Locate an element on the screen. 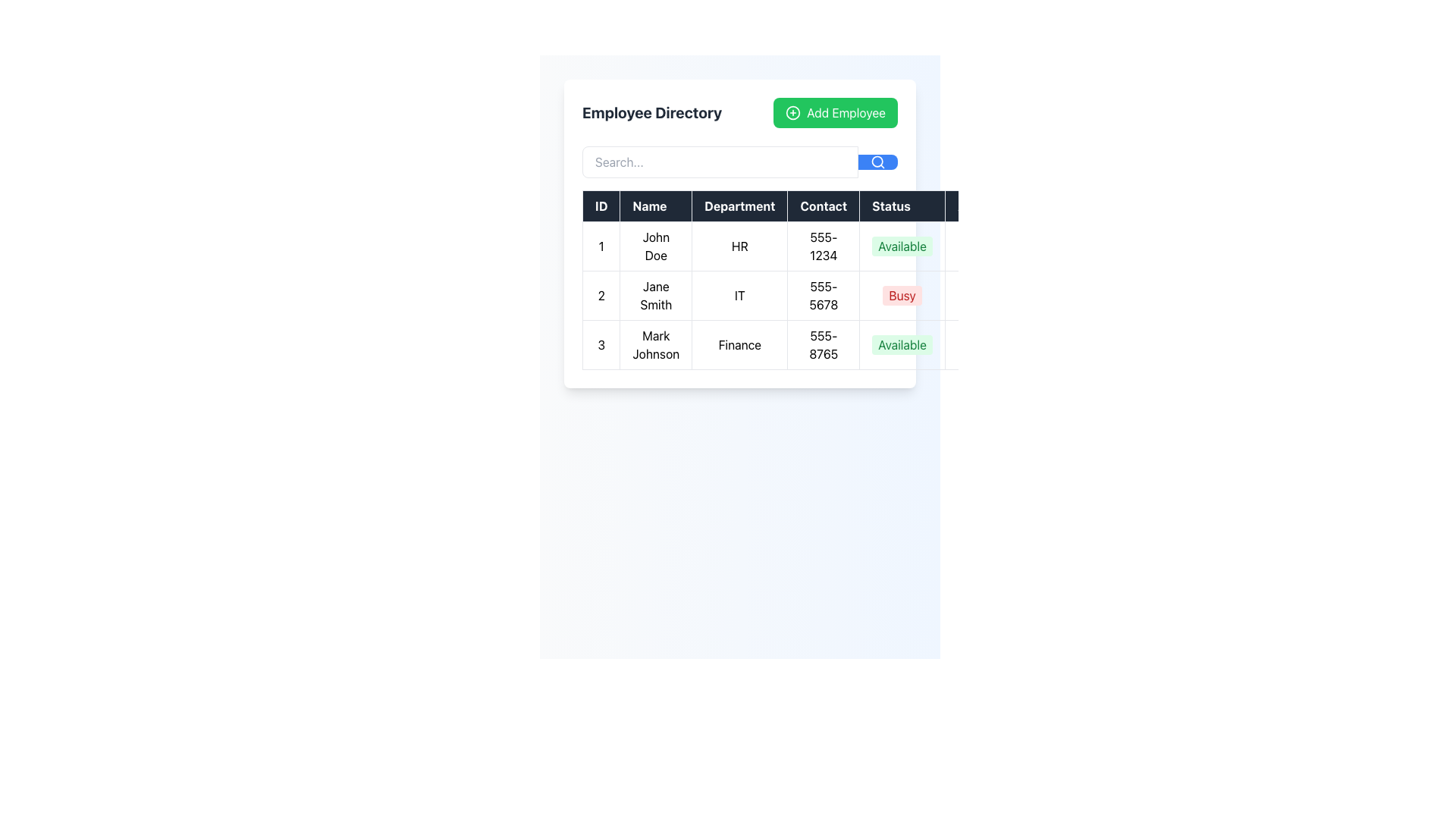 The width and height of the screenshot is (1456, 819). the 'ID' table header cell, which is a rectangular cell with a dark background and white text, located in the top-left corner of the table header row is located at coordinates (601, 206).